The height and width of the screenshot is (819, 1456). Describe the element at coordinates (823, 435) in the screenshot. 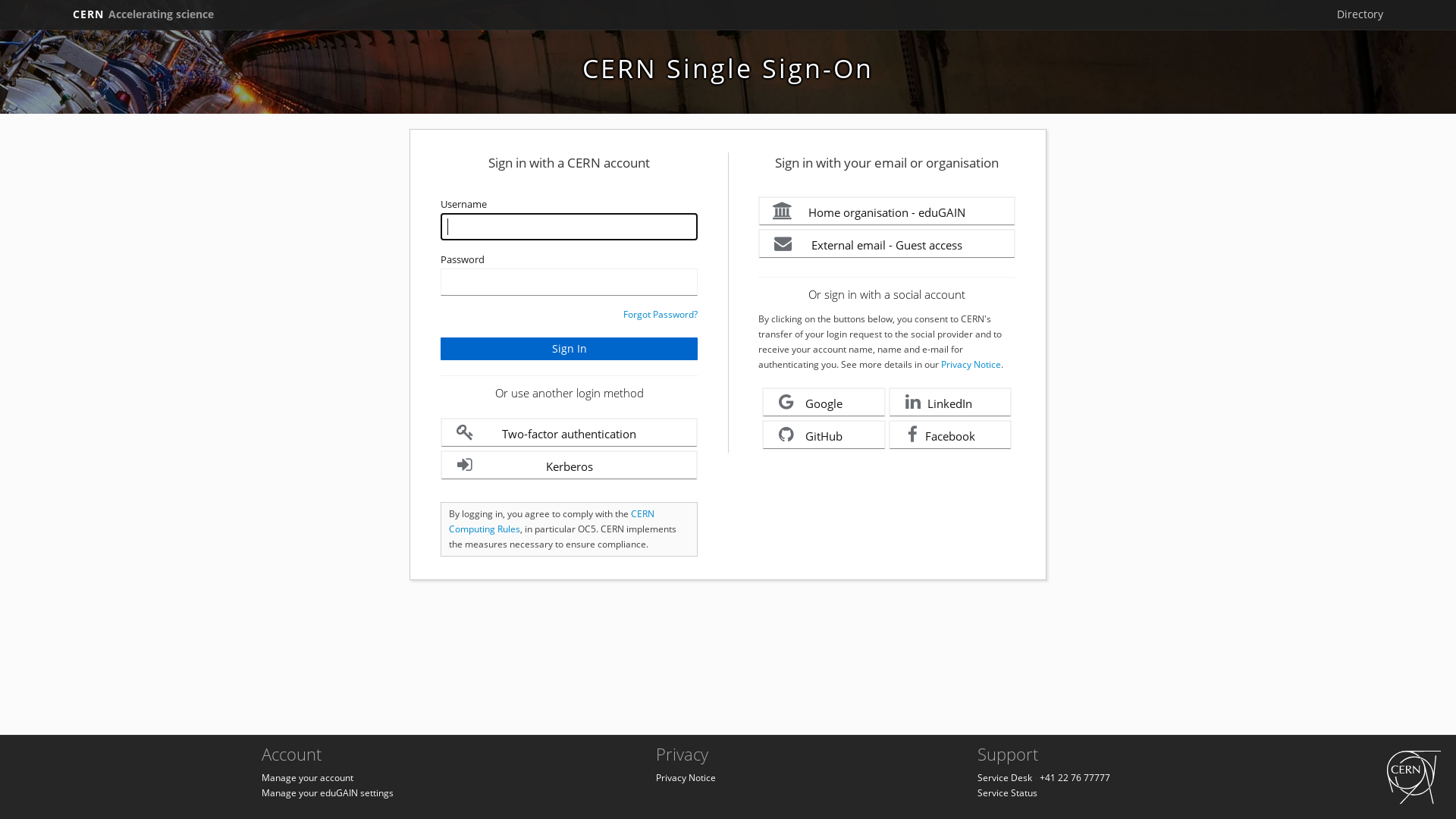

I see `'GitHub'` at that location.